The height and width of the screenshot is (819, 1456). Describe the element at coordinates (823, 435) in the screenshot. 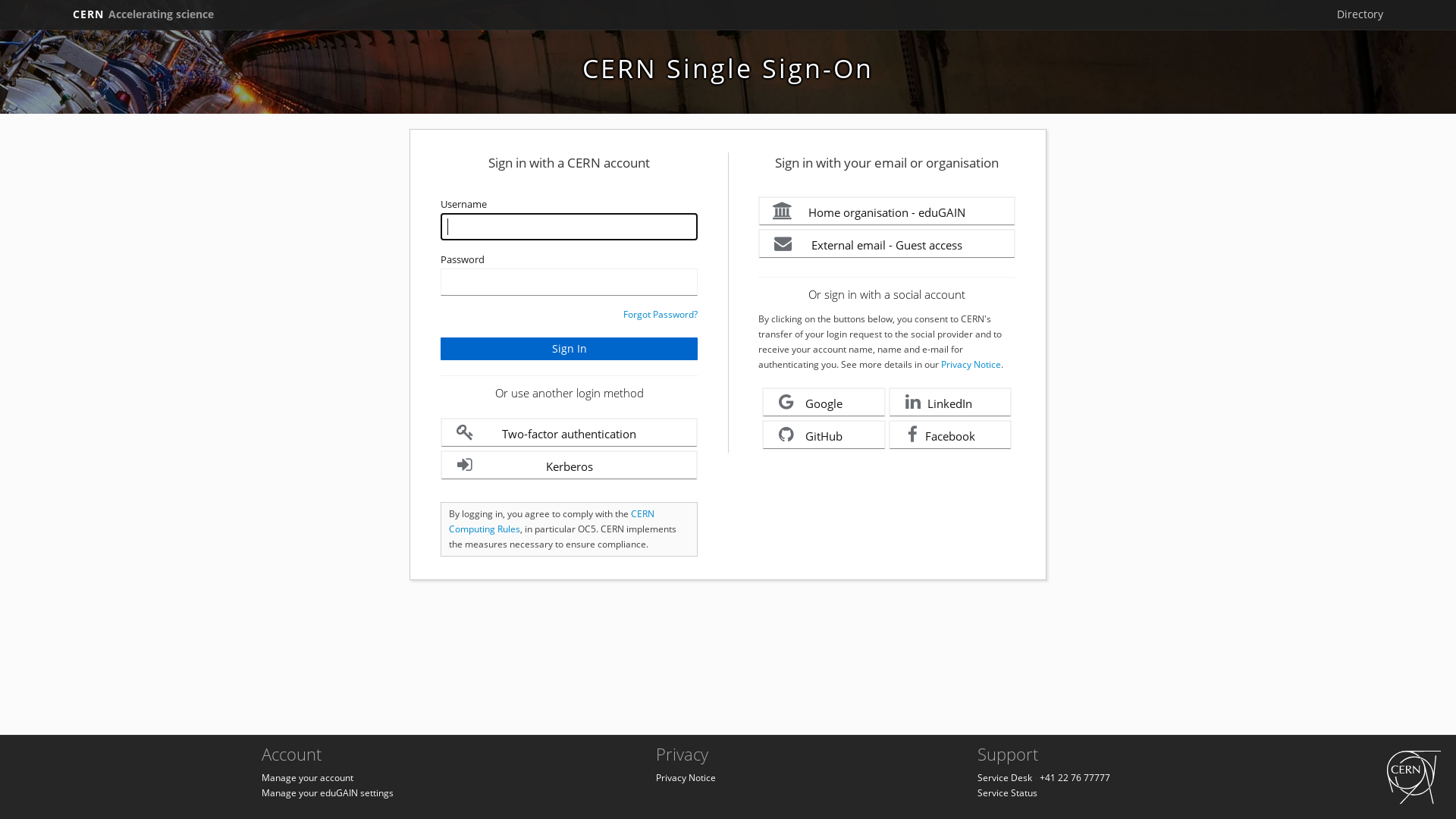

I see `'GitHub'` at that location.